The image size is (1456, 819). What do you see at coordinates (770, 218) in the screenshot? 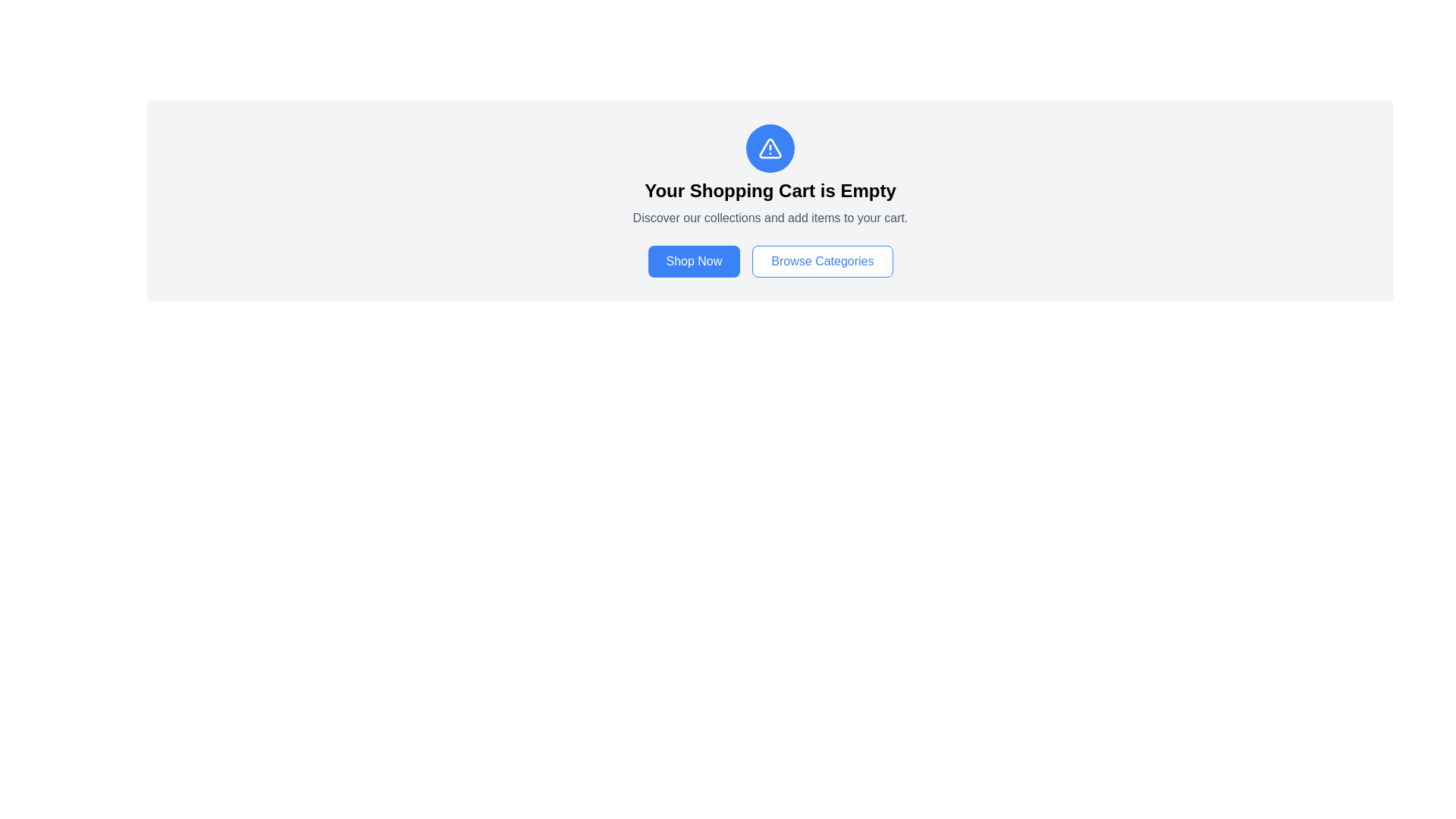
I see `the static text that reads 'Discover our collections and add items to your cart.', which is positioned beneath the title 'Your Shopping Cart is Empty'` at bounding box center [770, 218].